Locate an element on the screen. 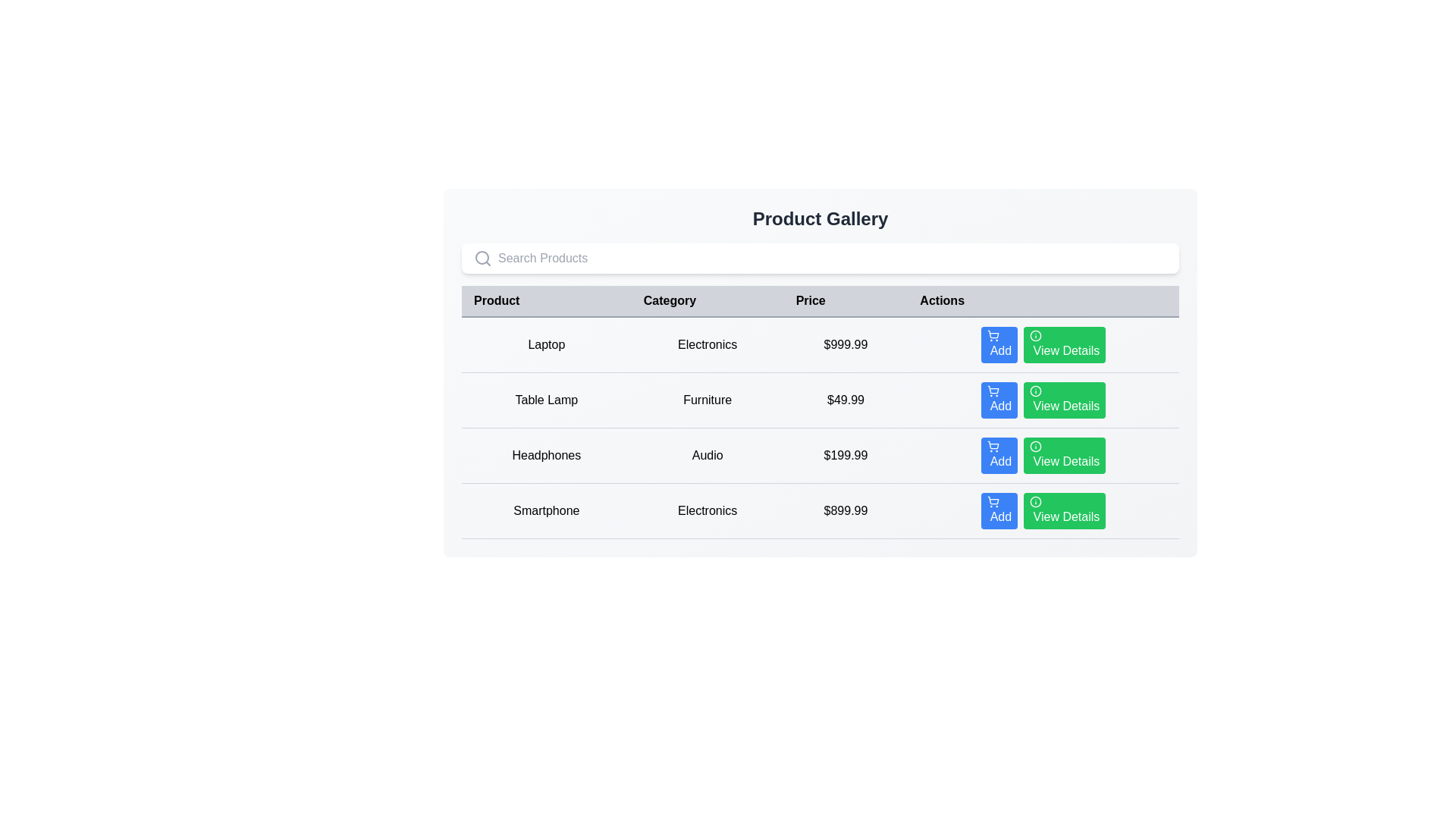 The image size is (1456, 819). the static text label indicating the product category for the 'Smartphone' entry in the table is located at coordinates (707, 511).